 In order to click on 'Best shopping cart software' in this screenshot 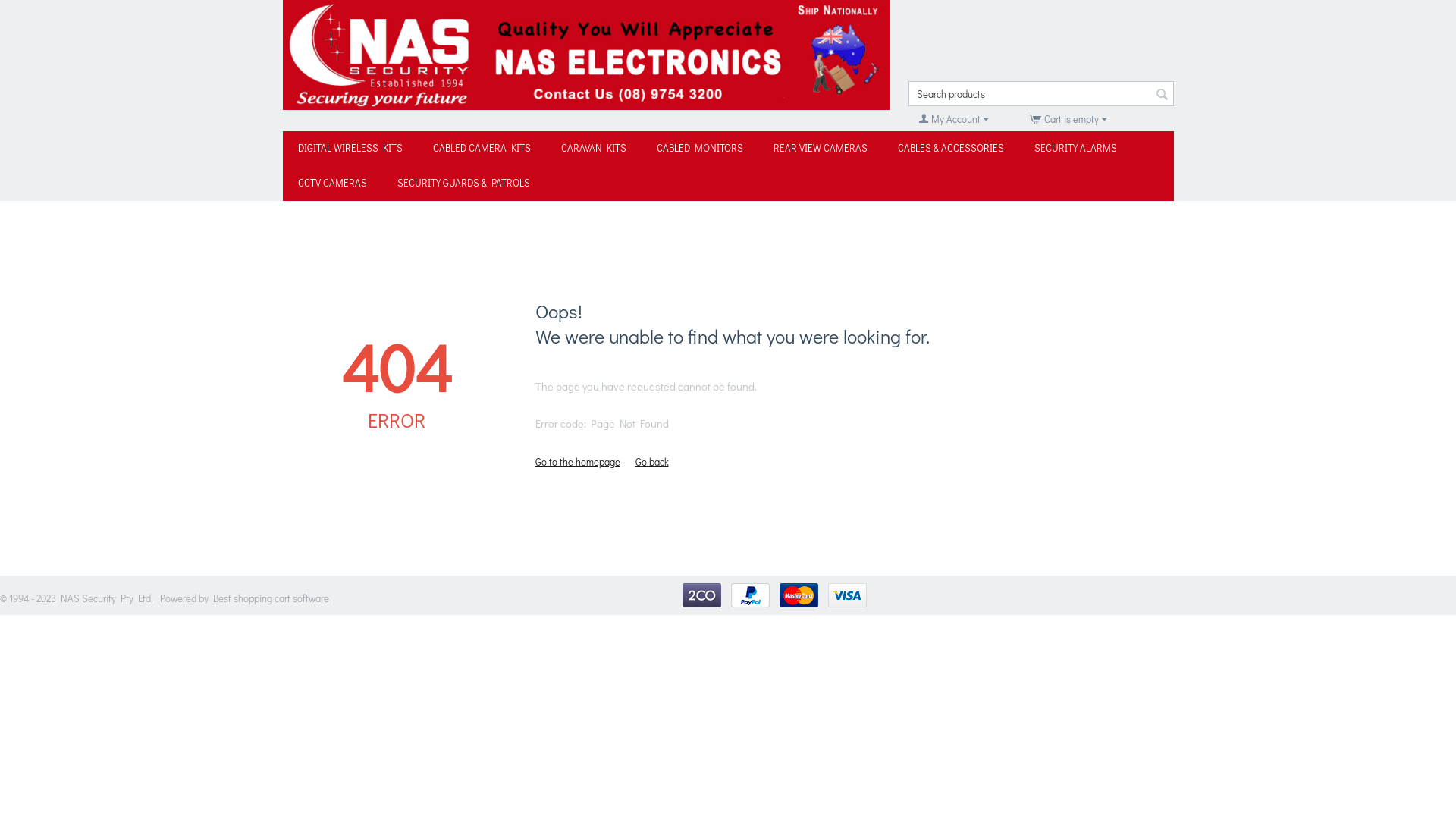, I will do `click(271, 597)`.